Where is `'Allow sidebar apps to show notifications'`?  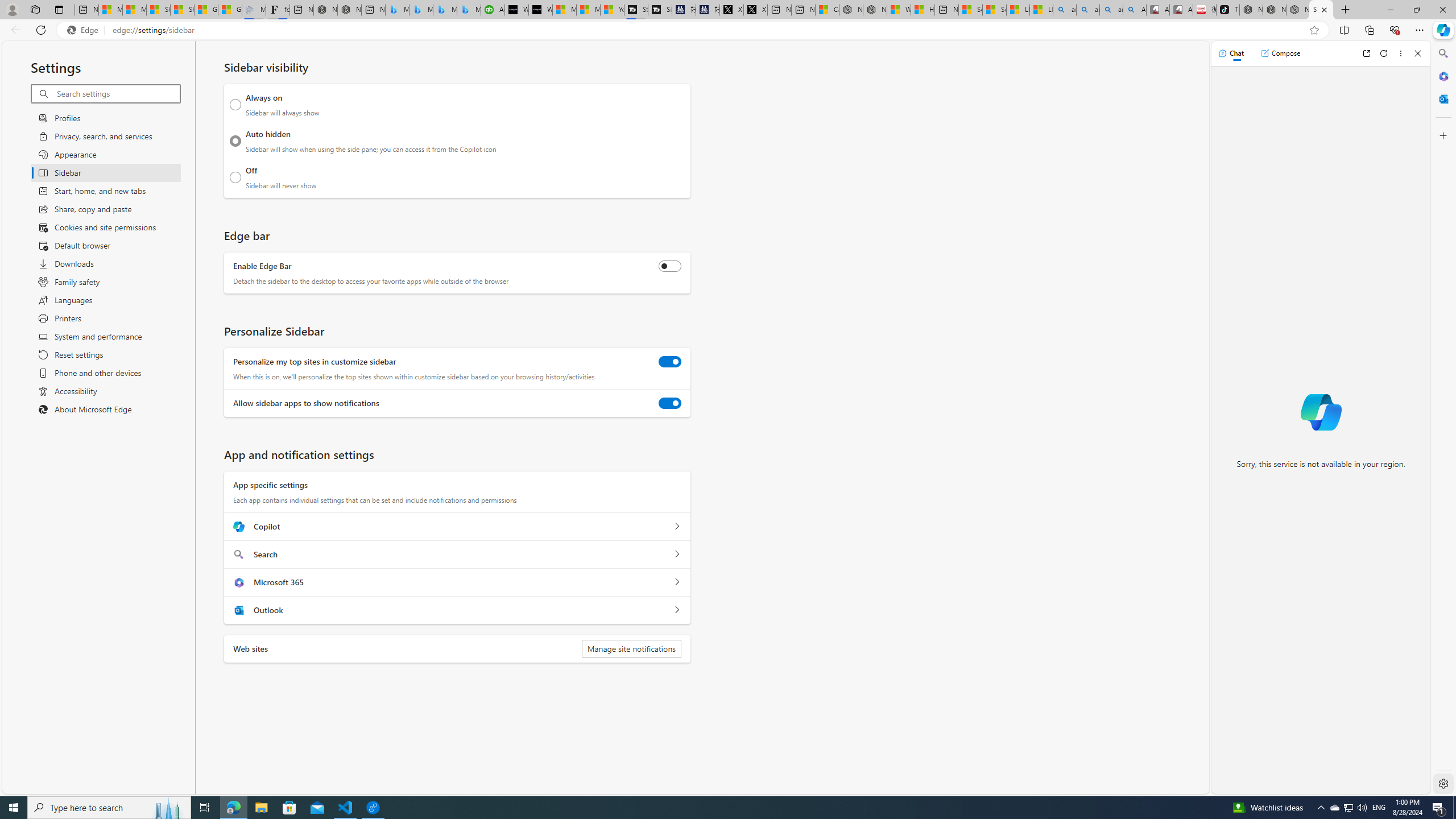
'Allow sidebar apps to show notifications' is located at coordinates (669, 403).